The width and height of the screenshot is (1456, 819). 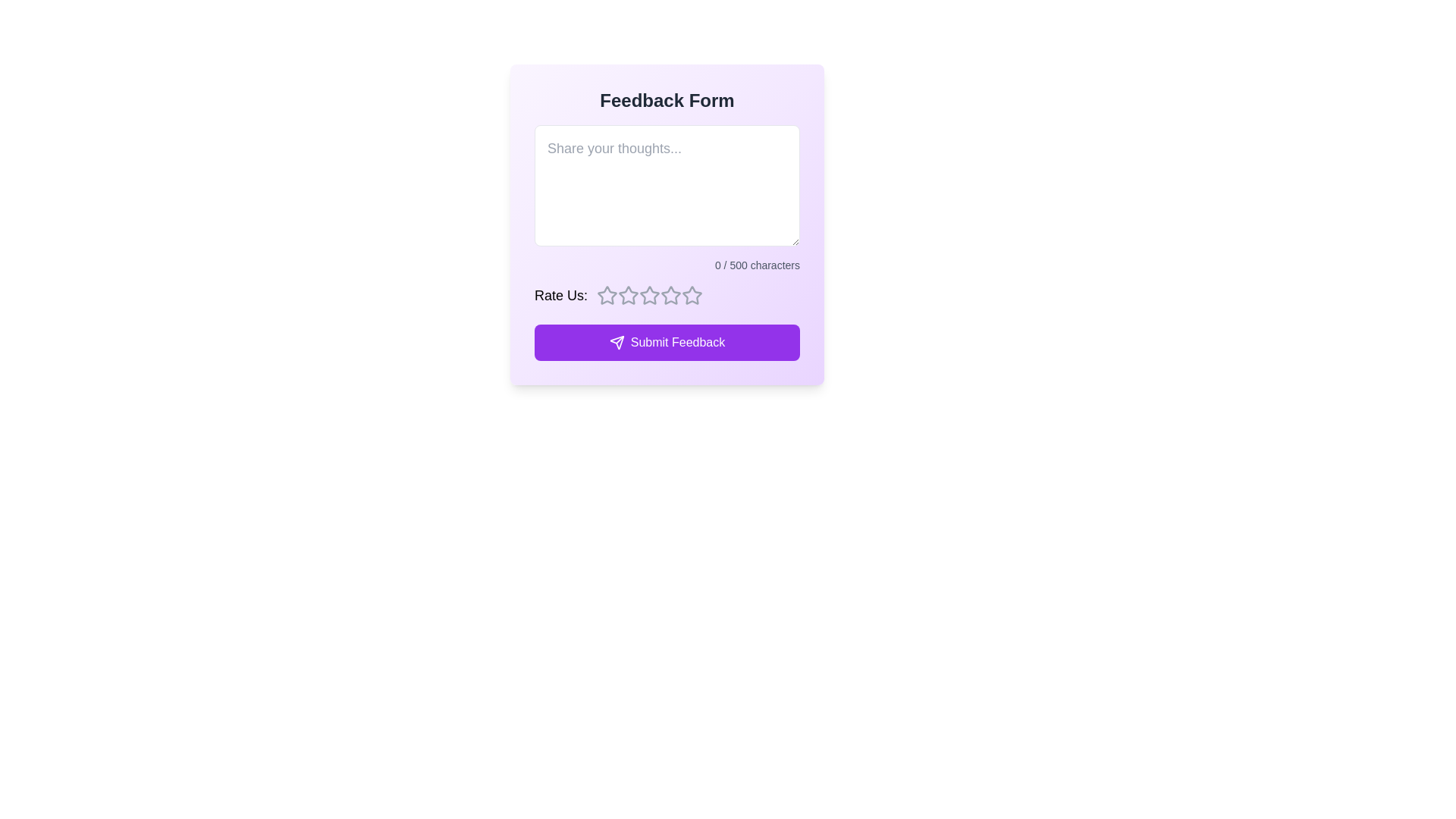 What do you see at coordinates (670, 295) in the screenshot?
I see `the third star icon in the feedback form` at bounding box center [670, 295].